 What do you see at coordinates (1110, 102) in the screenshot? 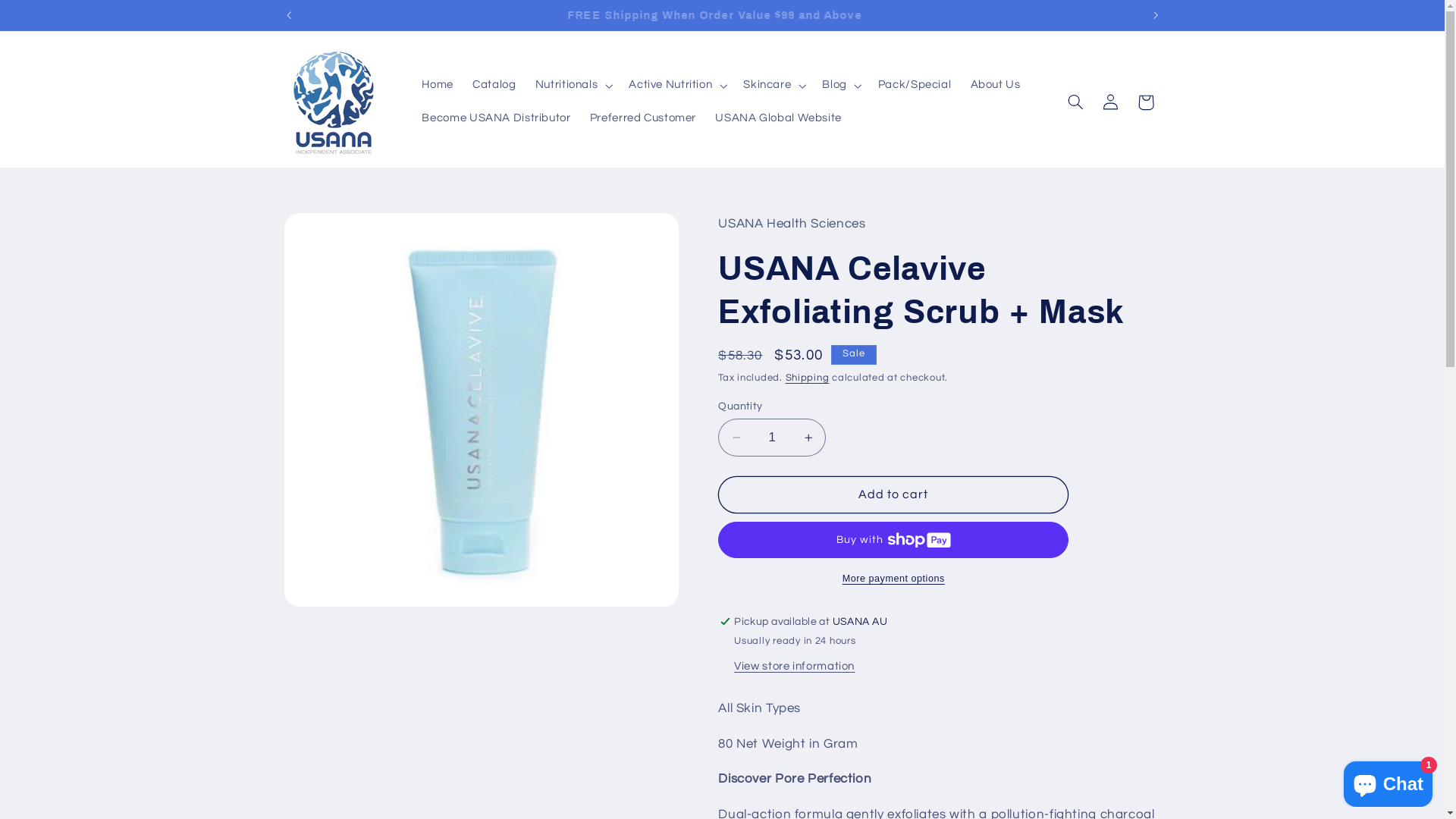
I see `'Log in'` at bounding box center [1110, 102].